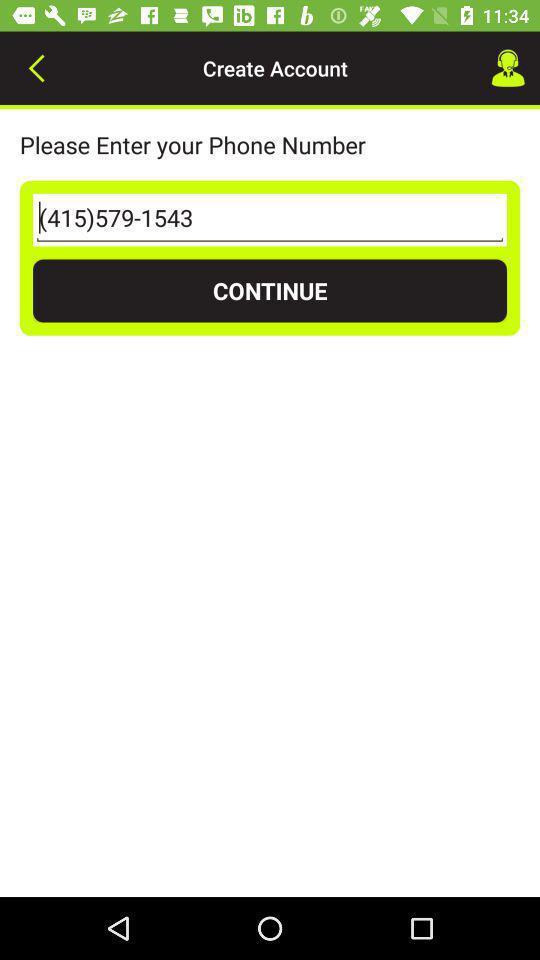 This screenshot has height=960, width=540. What do you see at coordinates (270, 220) in the screenshot?
I see `the icon above the continue item` at bounding box center [270, 220].